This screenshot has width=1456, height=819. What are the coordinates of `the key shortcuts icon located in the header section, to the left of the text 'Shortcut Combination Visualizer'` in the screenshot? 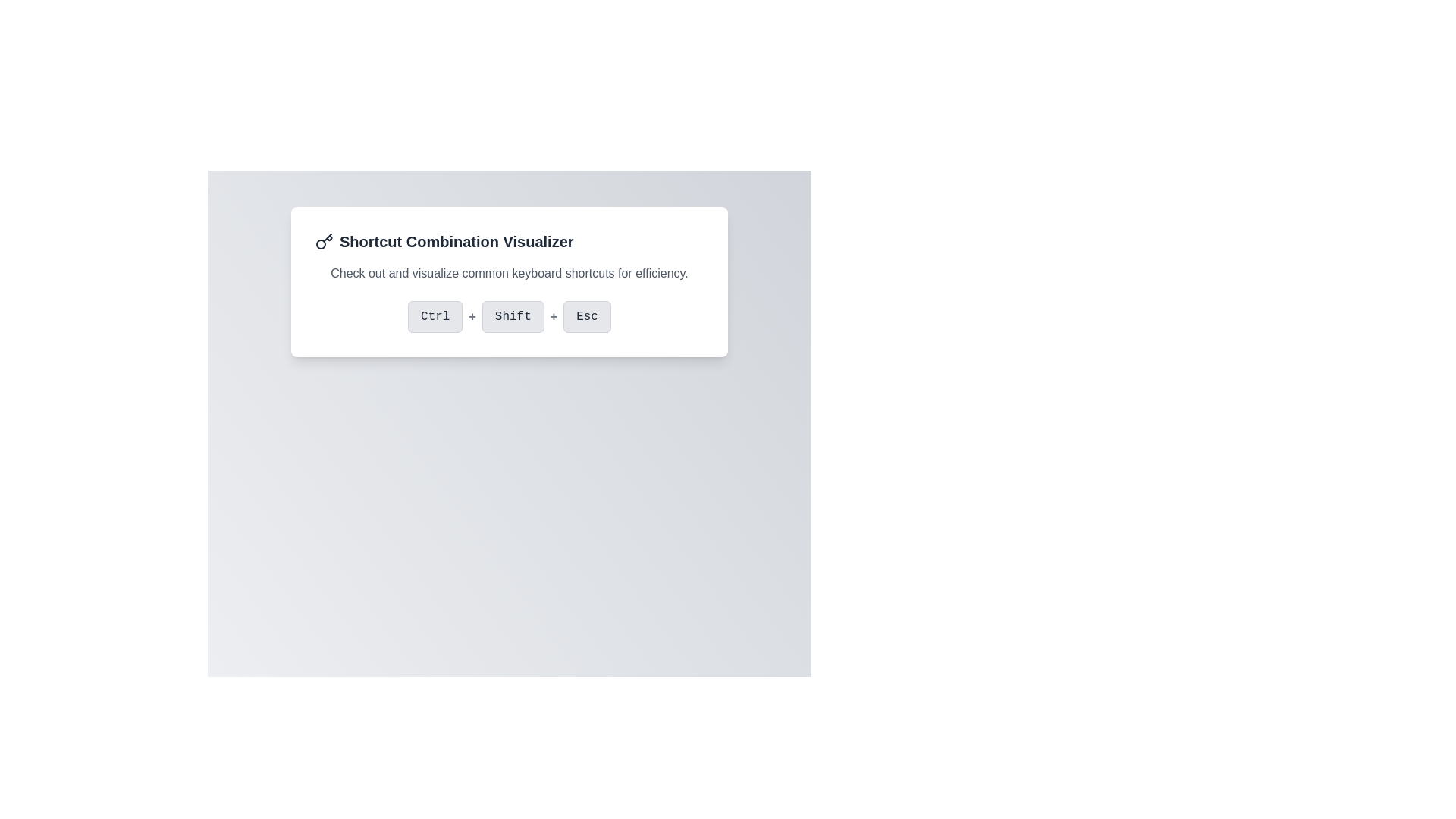 It's located at (323, 241).